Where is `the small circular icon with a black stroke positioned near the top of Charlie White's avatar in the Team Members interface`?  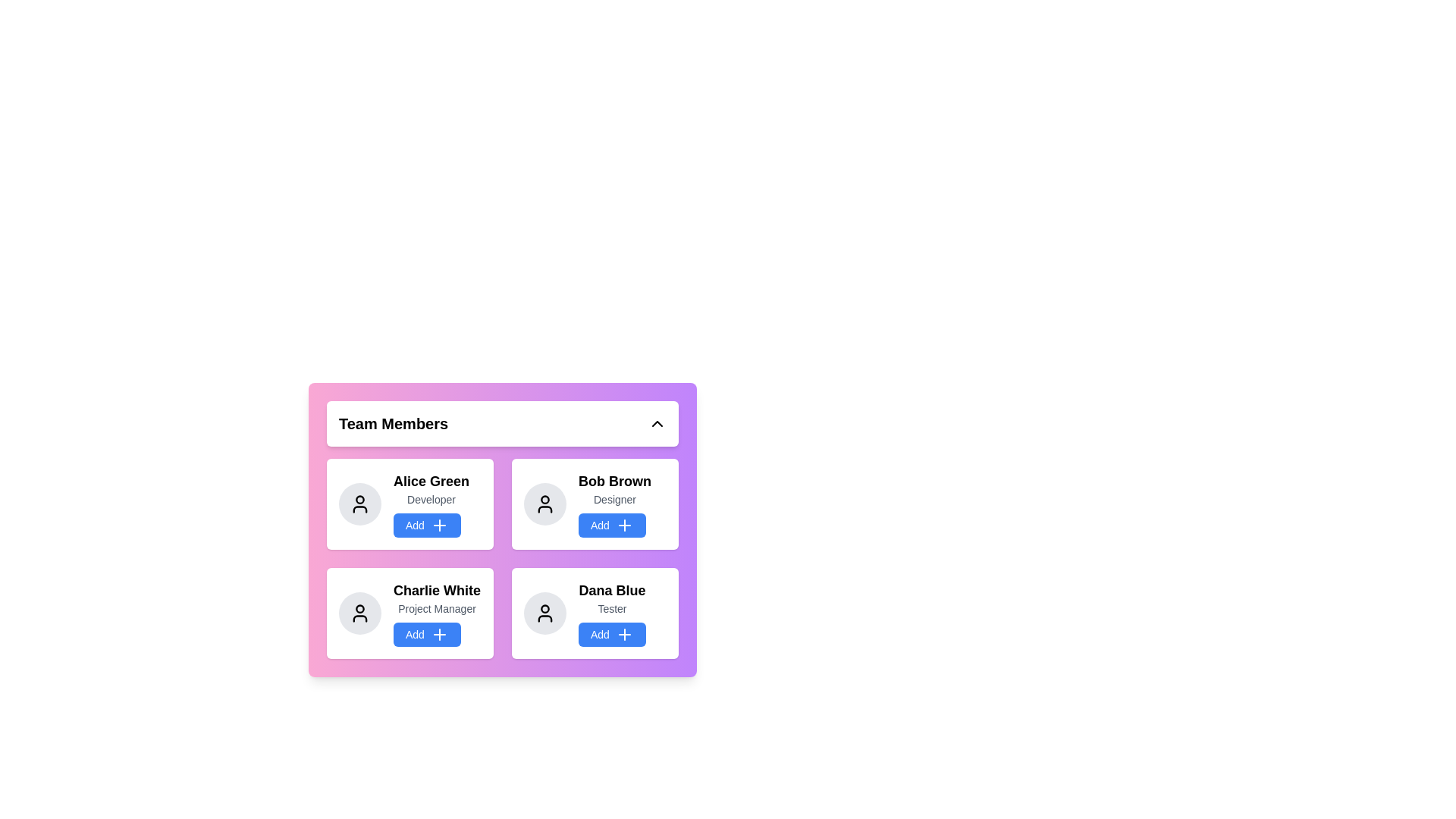
the small circular icon with a black stroke positioned near the top of Charlie White's avatar in the Team Members interface is located at coordinates (359, 607).